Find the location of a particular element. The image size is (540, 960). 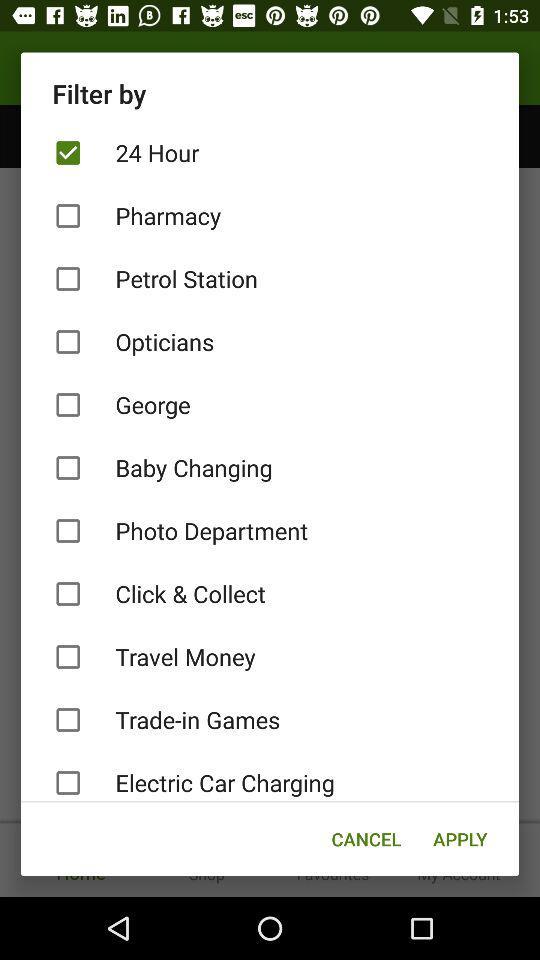

the photo department item is located at coordinates (270, 529).